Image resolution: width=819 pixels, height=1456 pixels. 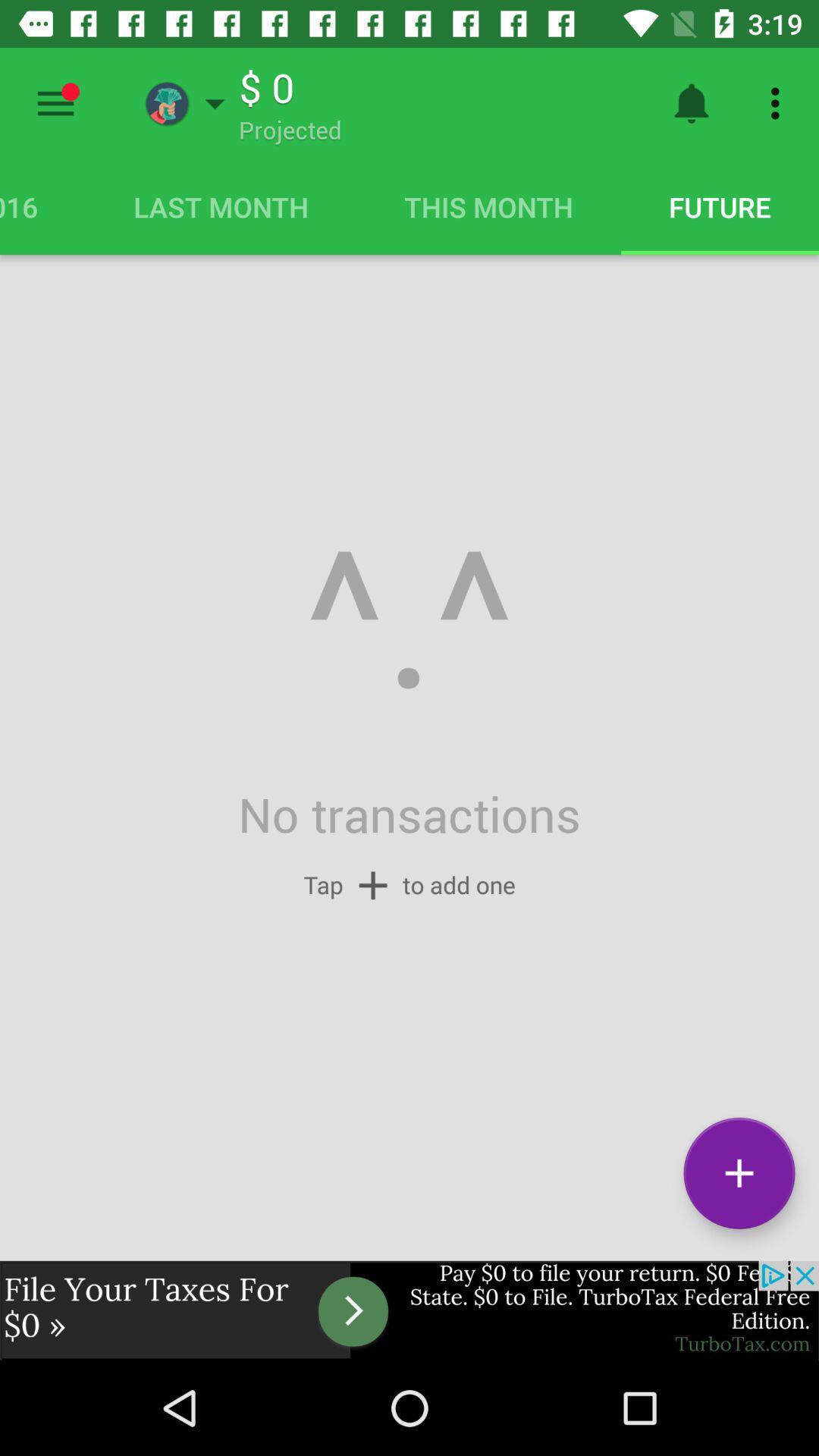 I want to click on advertisement, so click(x=409, y=1310).